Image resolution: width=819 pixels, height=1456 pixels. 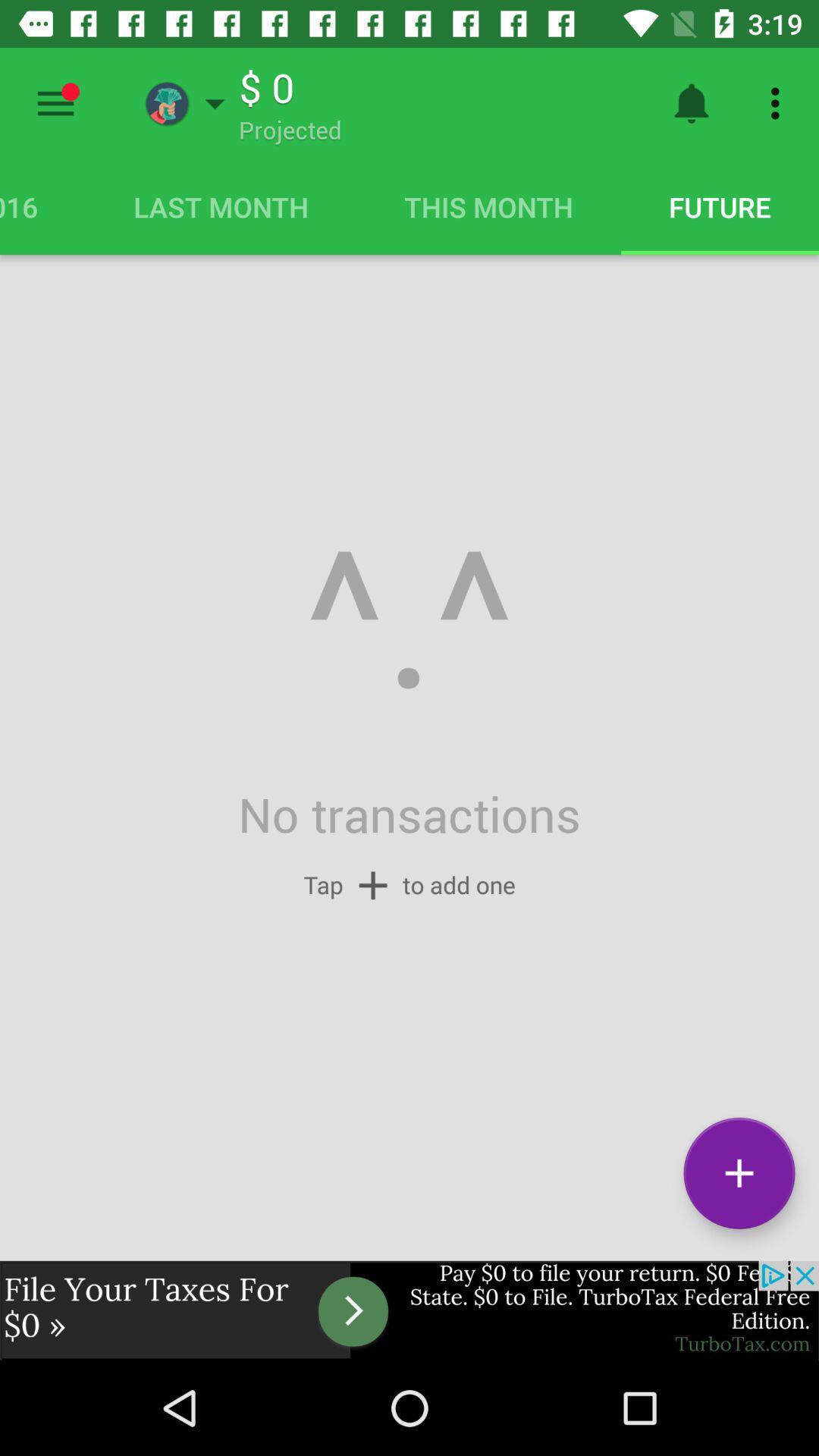 I want to click on advertisement, so click(x=409, y=1310).